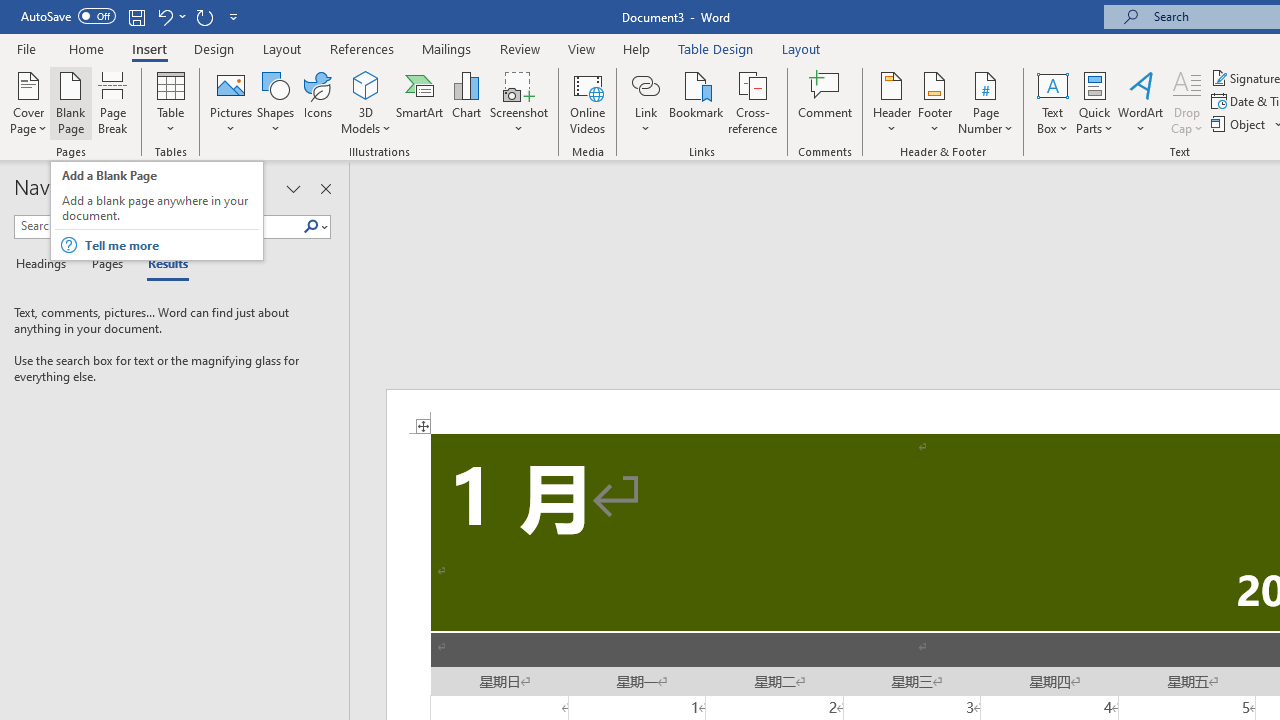 This screenshot has width=1280, height=720. What do you see at coordinates (891, 103) in the screenshot?
I see `'Header'` at bounding box center [891, 103].